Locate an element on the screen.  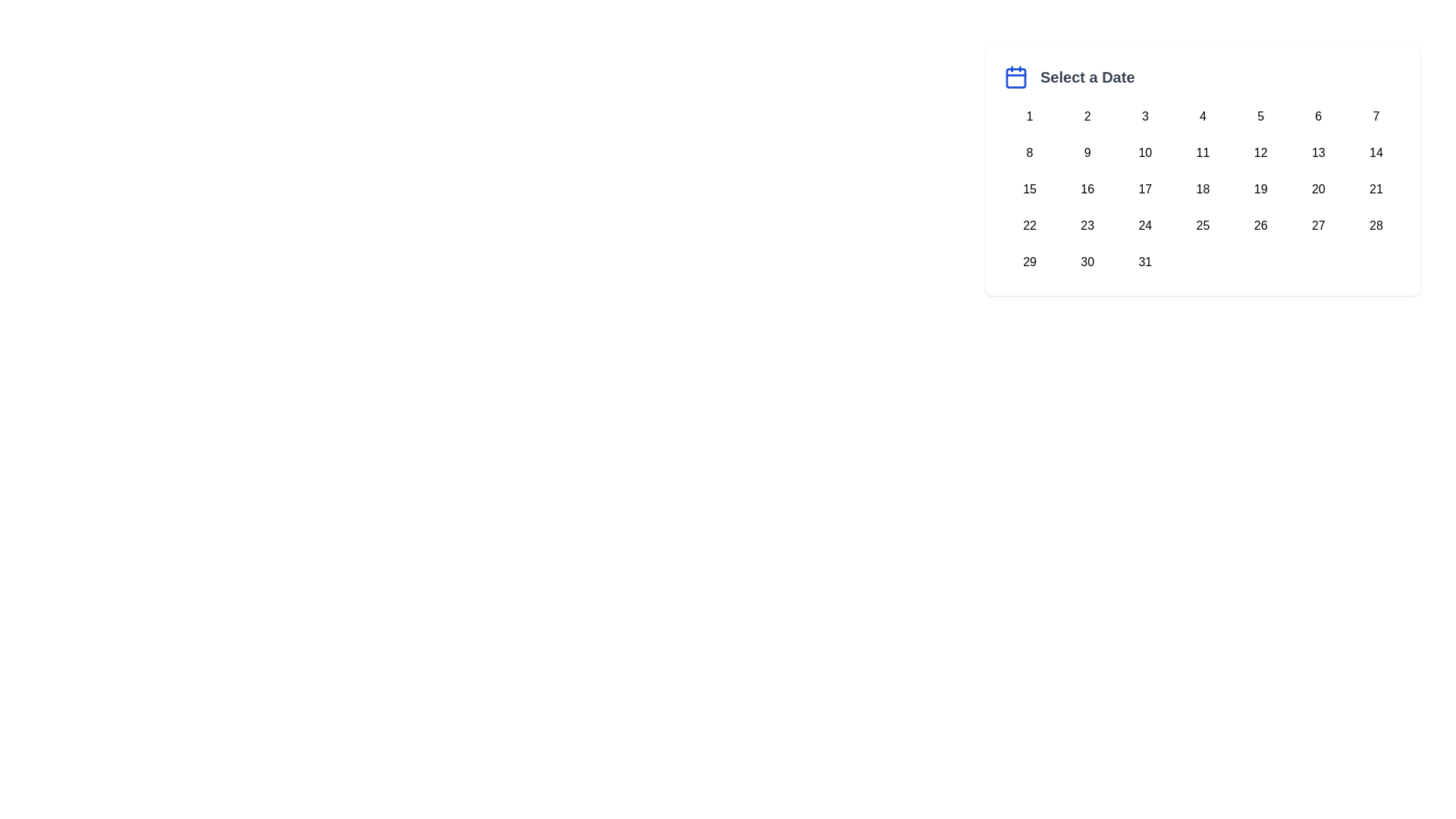
the rectangular button labeled '24' in the calendar UI is located at coordinates (1145, 225).